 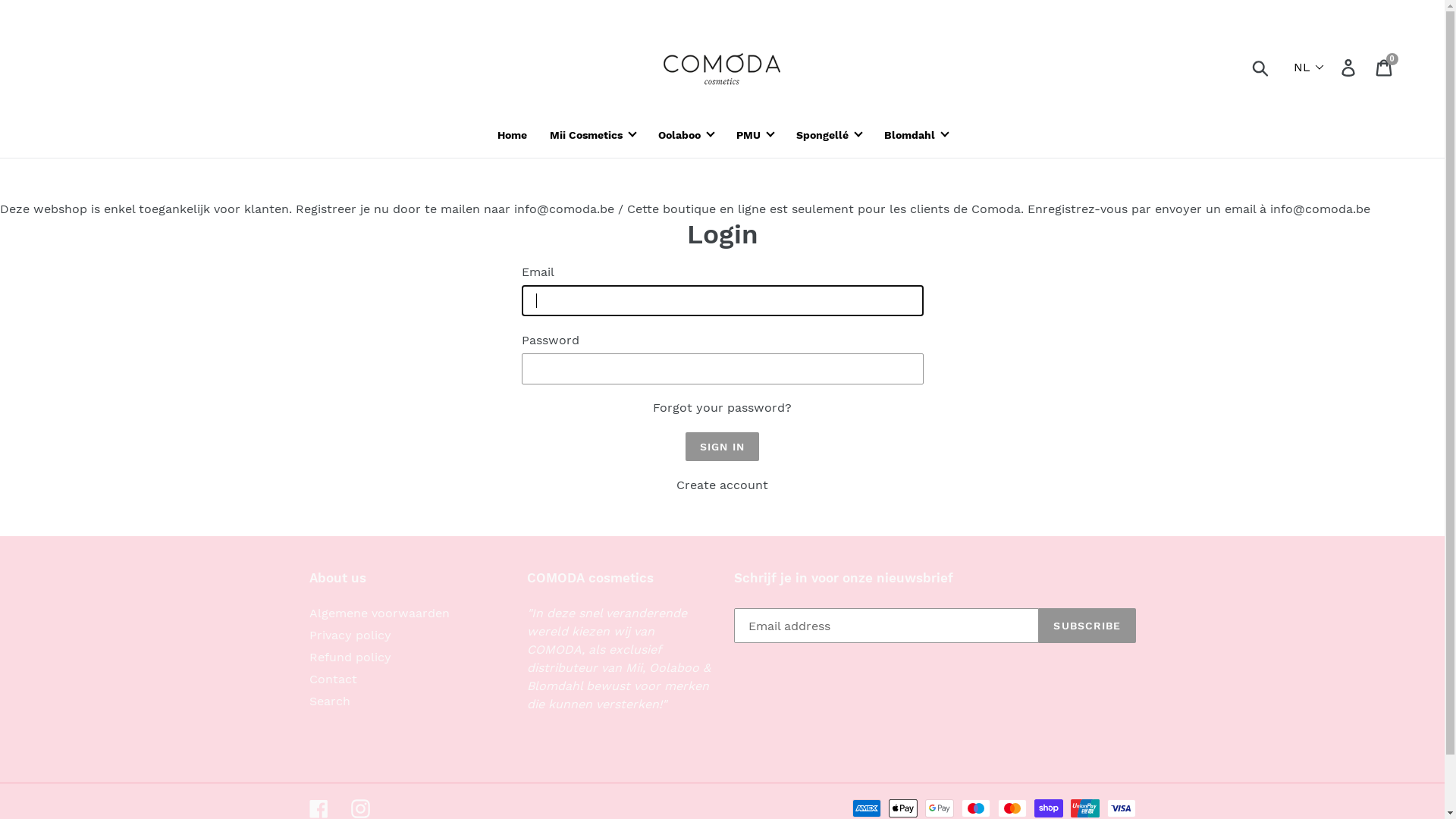 What do you see at coordinates (511, 133) in the screenshot?
I see `'Home'` at bounding box center [511, 133].